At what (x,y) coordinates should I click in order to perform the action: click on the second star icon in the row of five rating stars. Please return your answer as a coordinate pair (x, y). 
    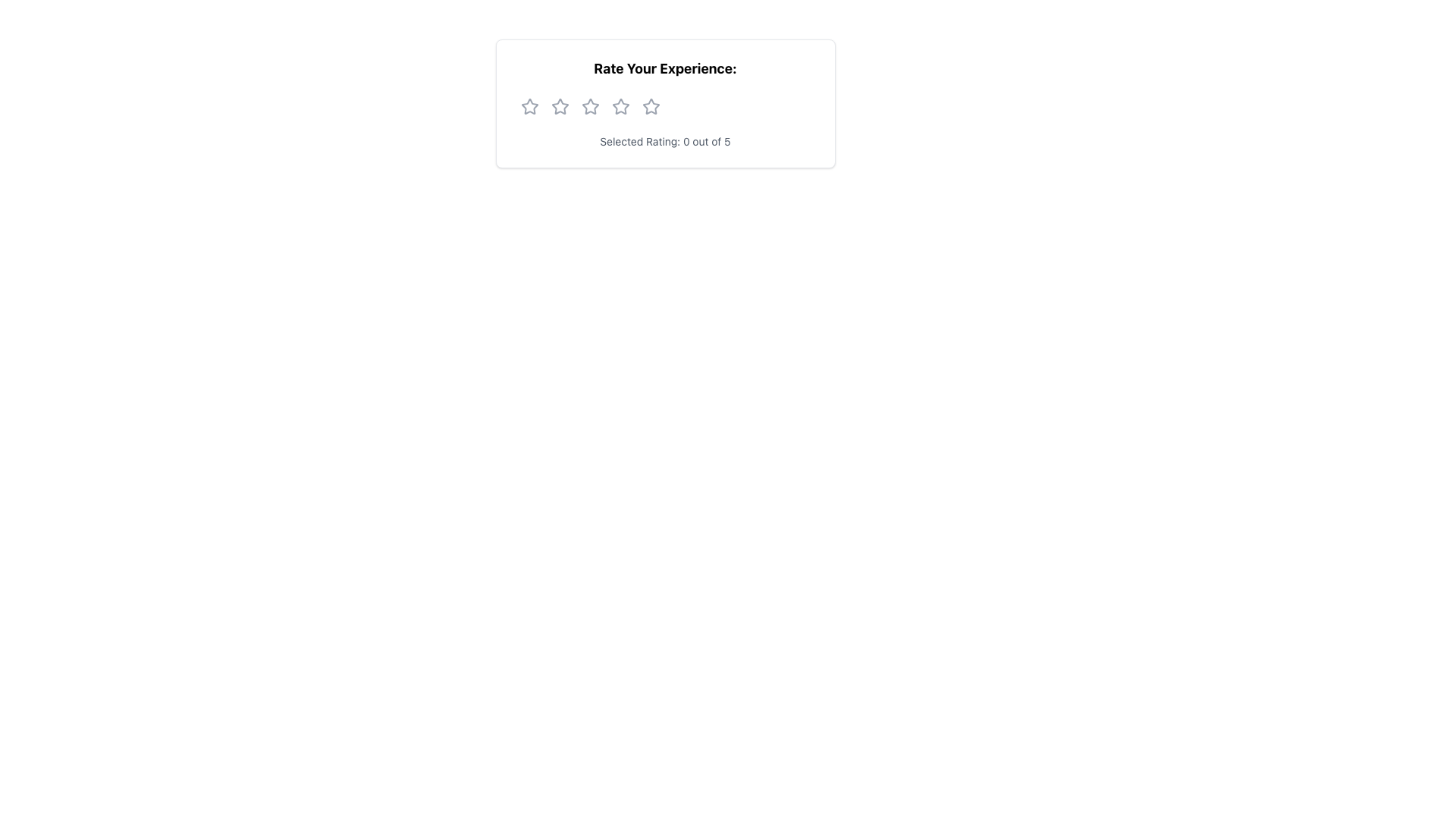
    Looking at the image, I should click on (559, 106).